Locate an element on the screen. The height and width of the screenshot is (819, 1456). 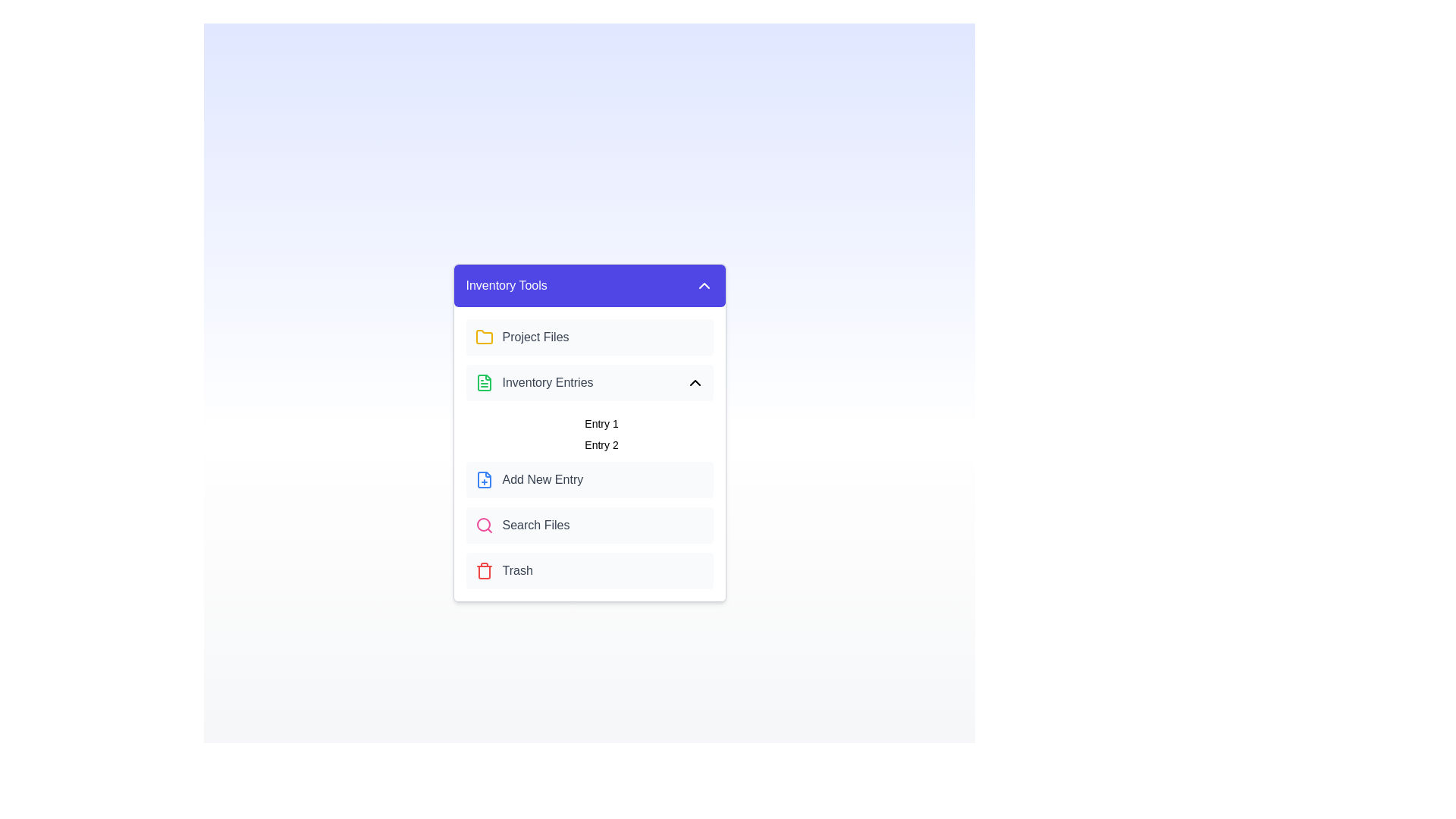
the navigation button for managing trash or deleted files, located under the 'Inventory Tools' section, specifically the last item in the list is located at coordinates (588, 570).